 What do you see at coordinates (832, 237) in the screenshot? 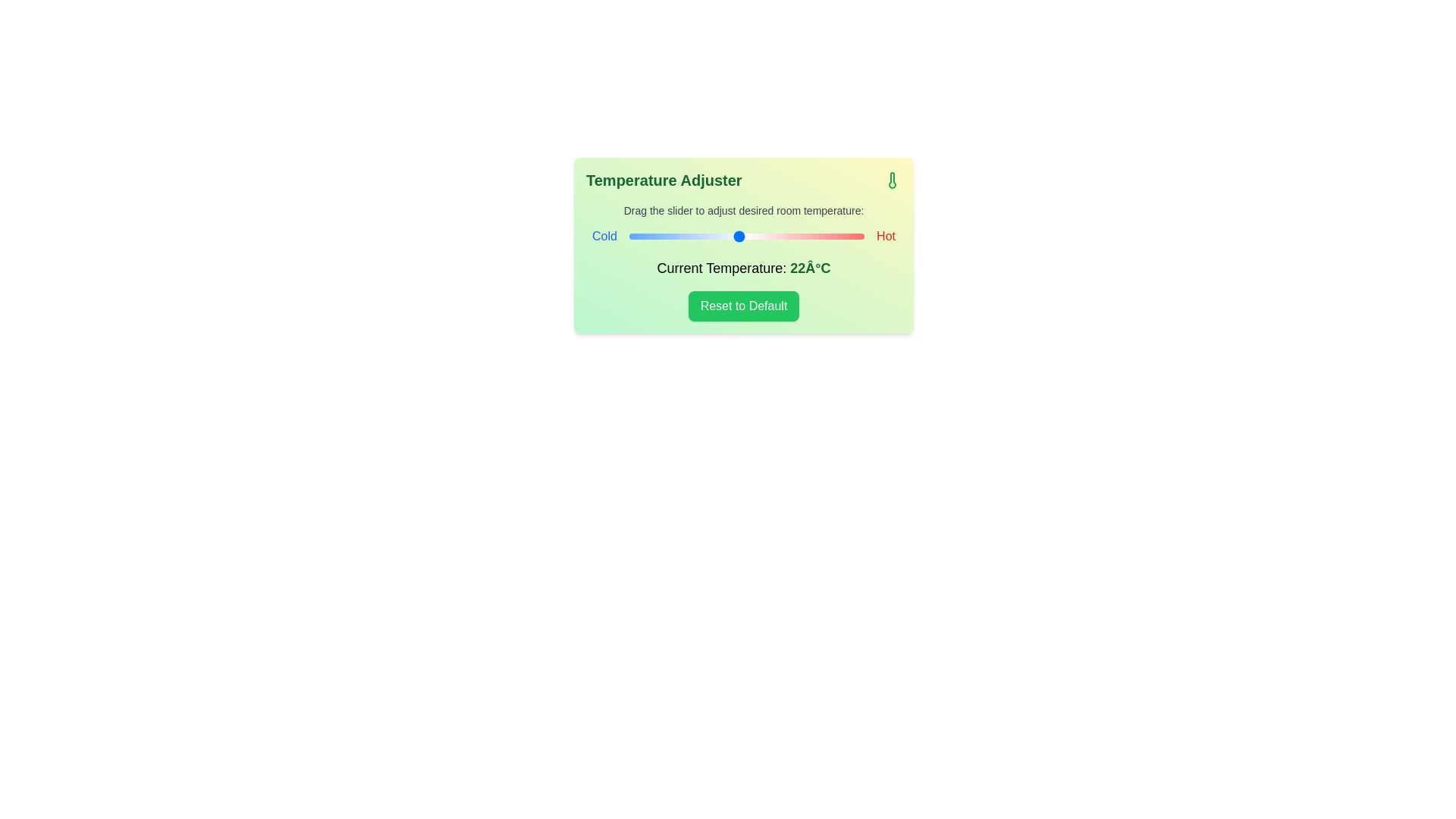
I see `the temperature slider to set the temperature to 28°C` at bounding box center [832, 237].